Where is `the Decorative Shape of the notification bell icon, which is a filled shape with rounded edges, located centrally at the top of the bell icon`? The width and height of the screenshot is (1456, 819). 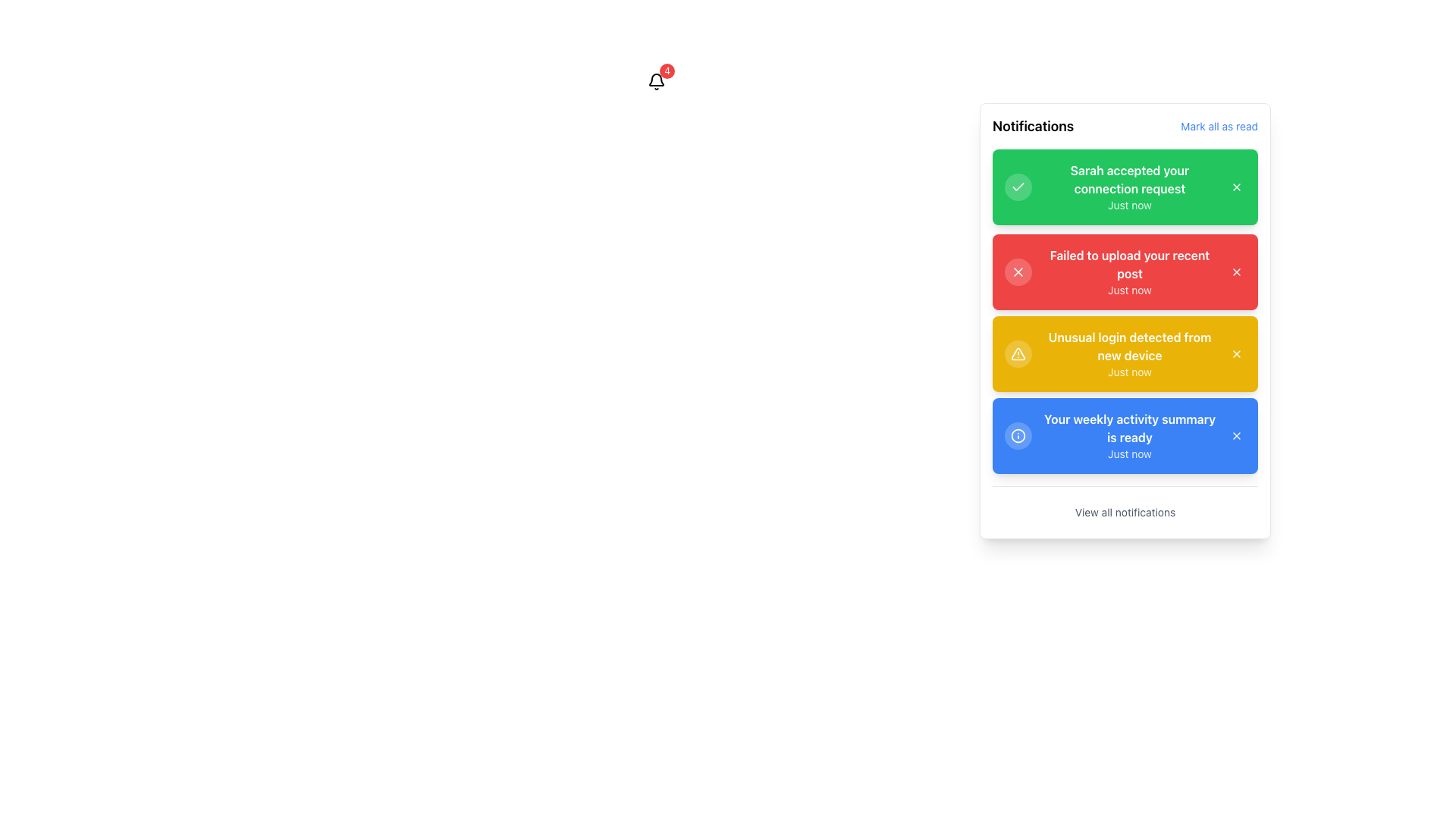
the Decorative Shape of the notification bell icon, which is a filled shape with rounded edges, located centrally at the top of the bell icon is located at coordinates (656, 80).